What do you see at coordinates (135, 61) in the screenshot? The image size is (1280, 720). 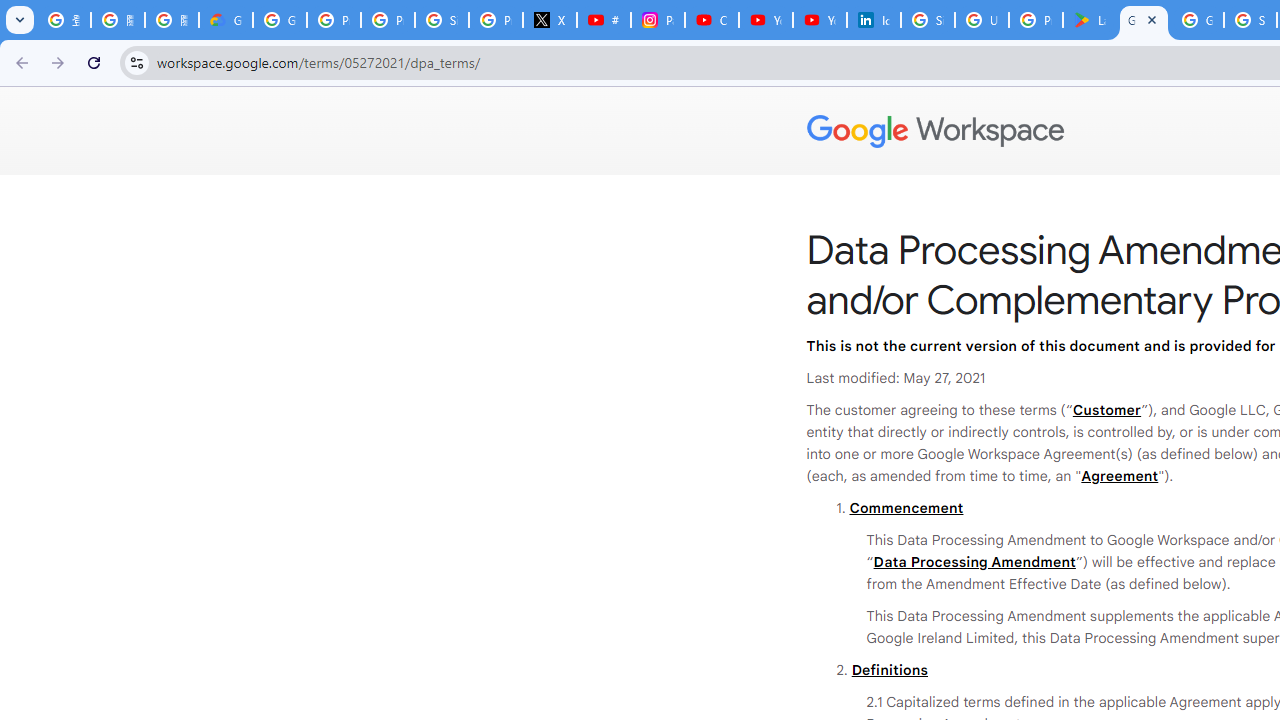 I see `'View site information'` at bounding box center [135, 61].